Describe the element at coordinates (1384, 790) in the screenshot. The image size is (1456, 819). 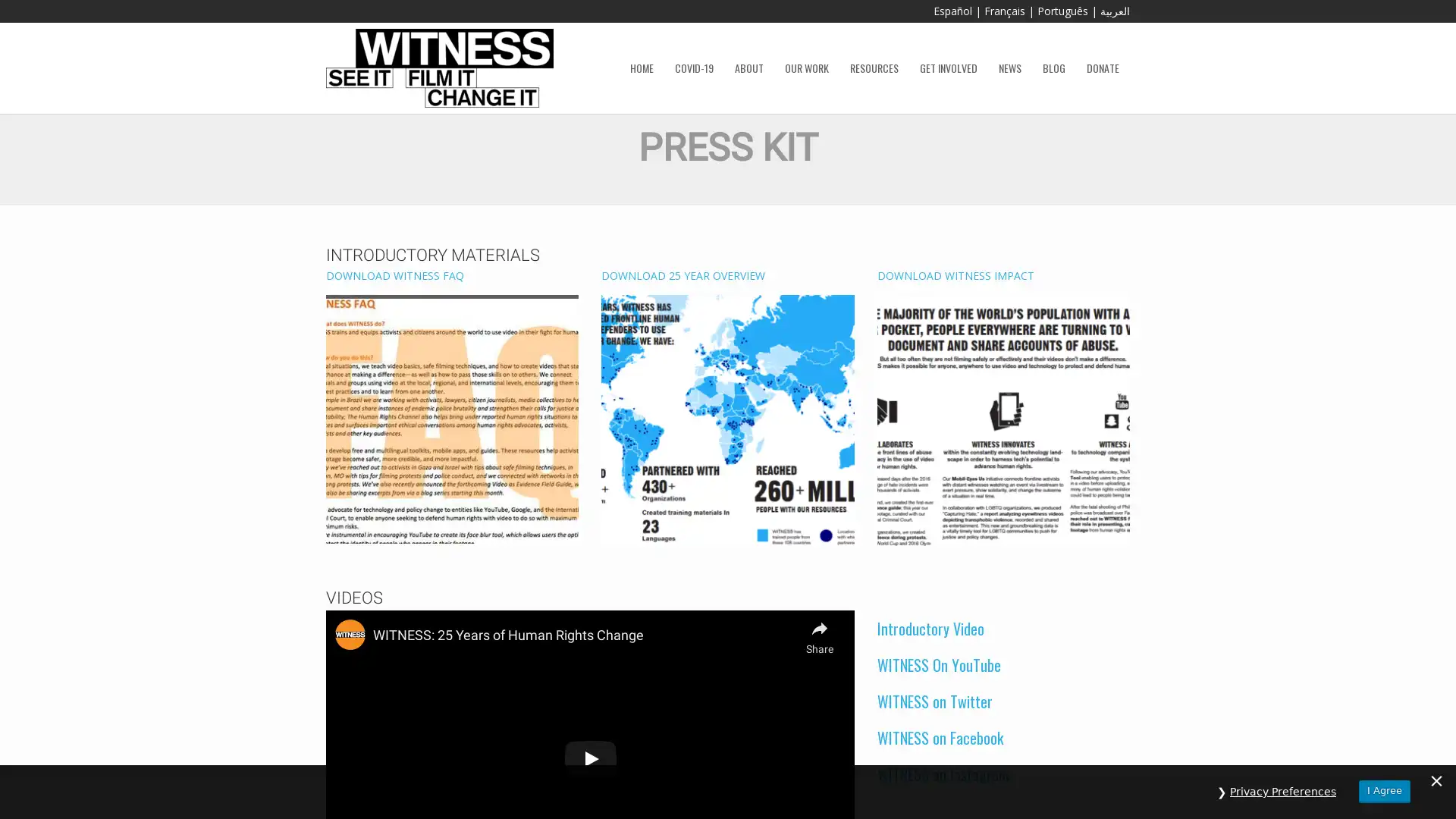
I see `I Agree` at that location.